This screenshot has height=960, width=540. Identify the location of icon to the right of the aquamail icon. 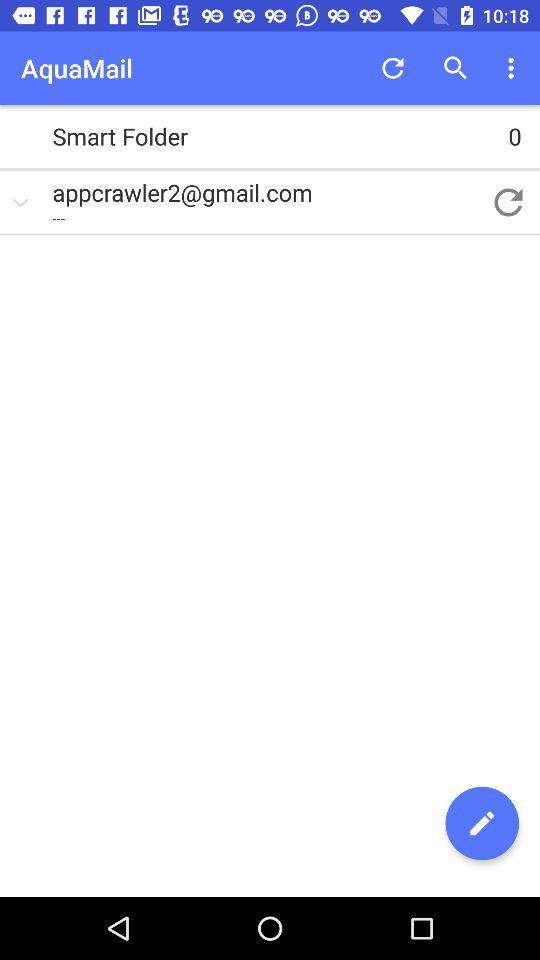
(393, 68).